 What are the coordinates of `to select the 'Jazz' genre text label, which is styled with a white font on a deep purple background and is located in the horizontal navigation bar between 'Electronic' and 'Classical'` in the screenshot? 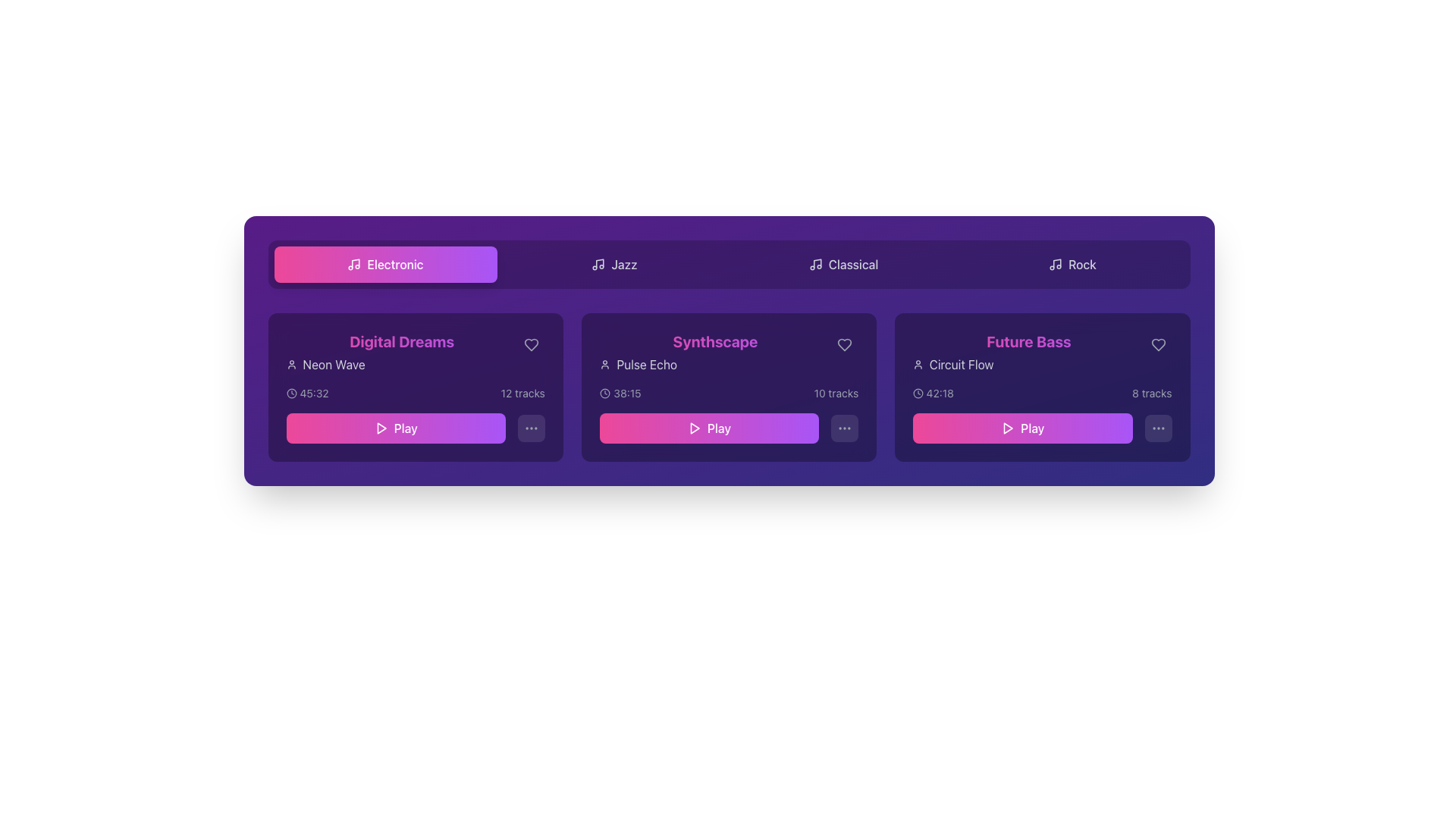 It's located at (624, 263).